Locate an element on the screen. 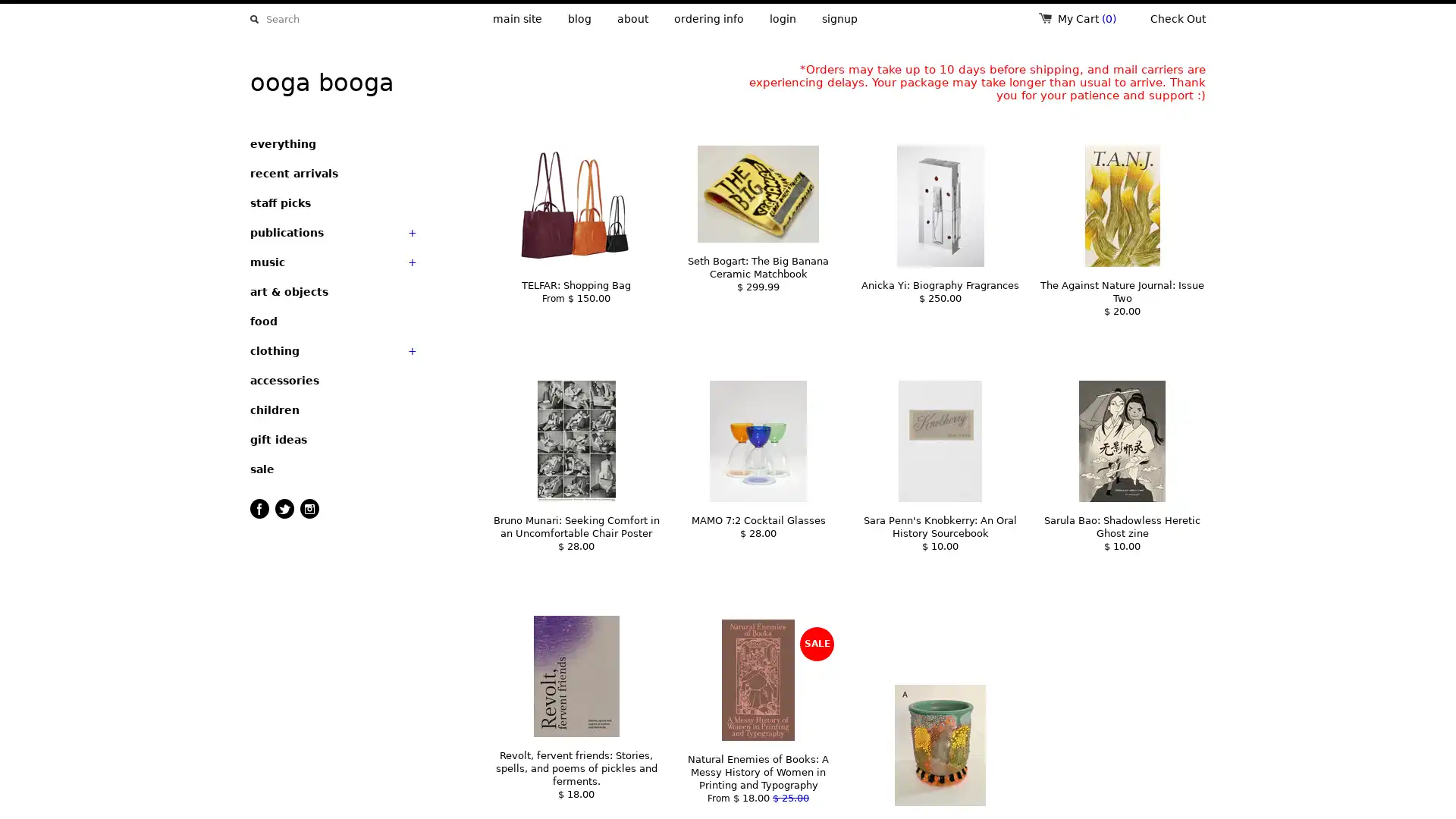 This screenshot has height=819, width=1456. SUBMIT is located at coordinates (254, 19).